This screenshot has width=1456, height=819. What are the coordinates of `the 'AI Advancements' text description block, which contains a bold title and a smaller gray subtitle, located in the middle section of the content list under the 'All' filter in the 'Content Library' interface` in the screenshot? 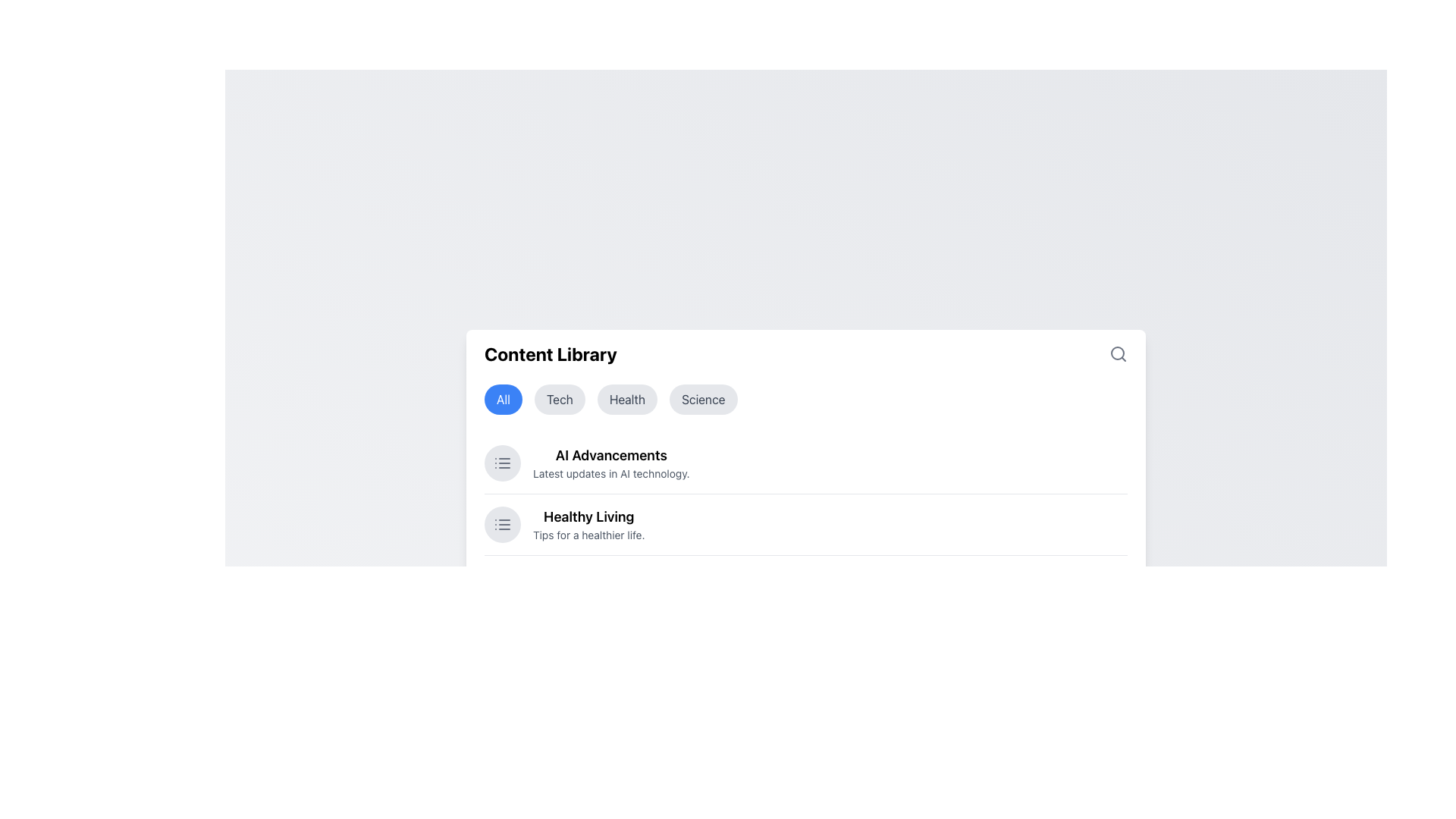 It's located at (611, 462).